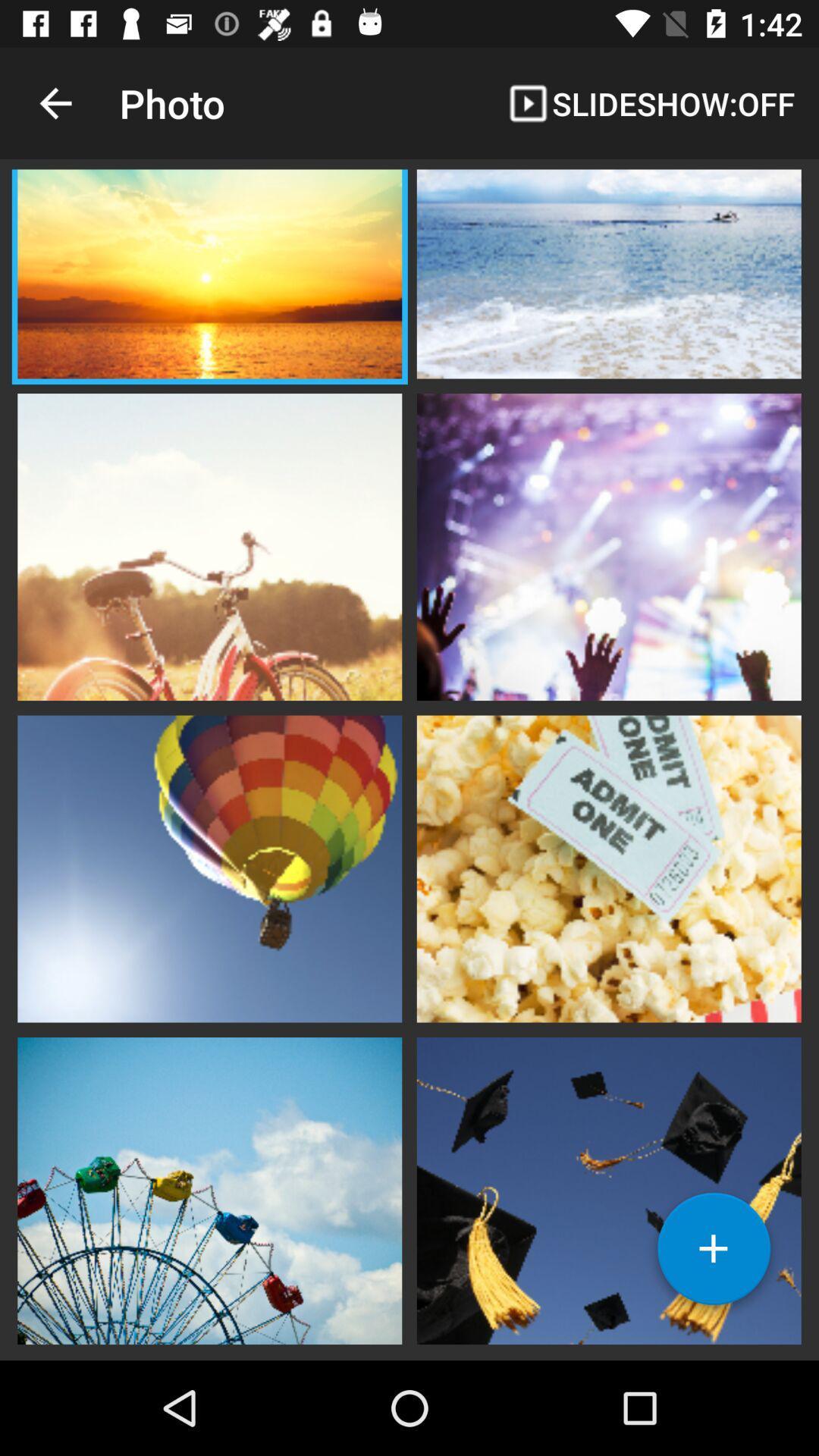 Image resolution: width=819 pixels, height=1456 pixels. Describe the element at coordinates (209, 545) in the screenshot. I see `this picture` at that location.